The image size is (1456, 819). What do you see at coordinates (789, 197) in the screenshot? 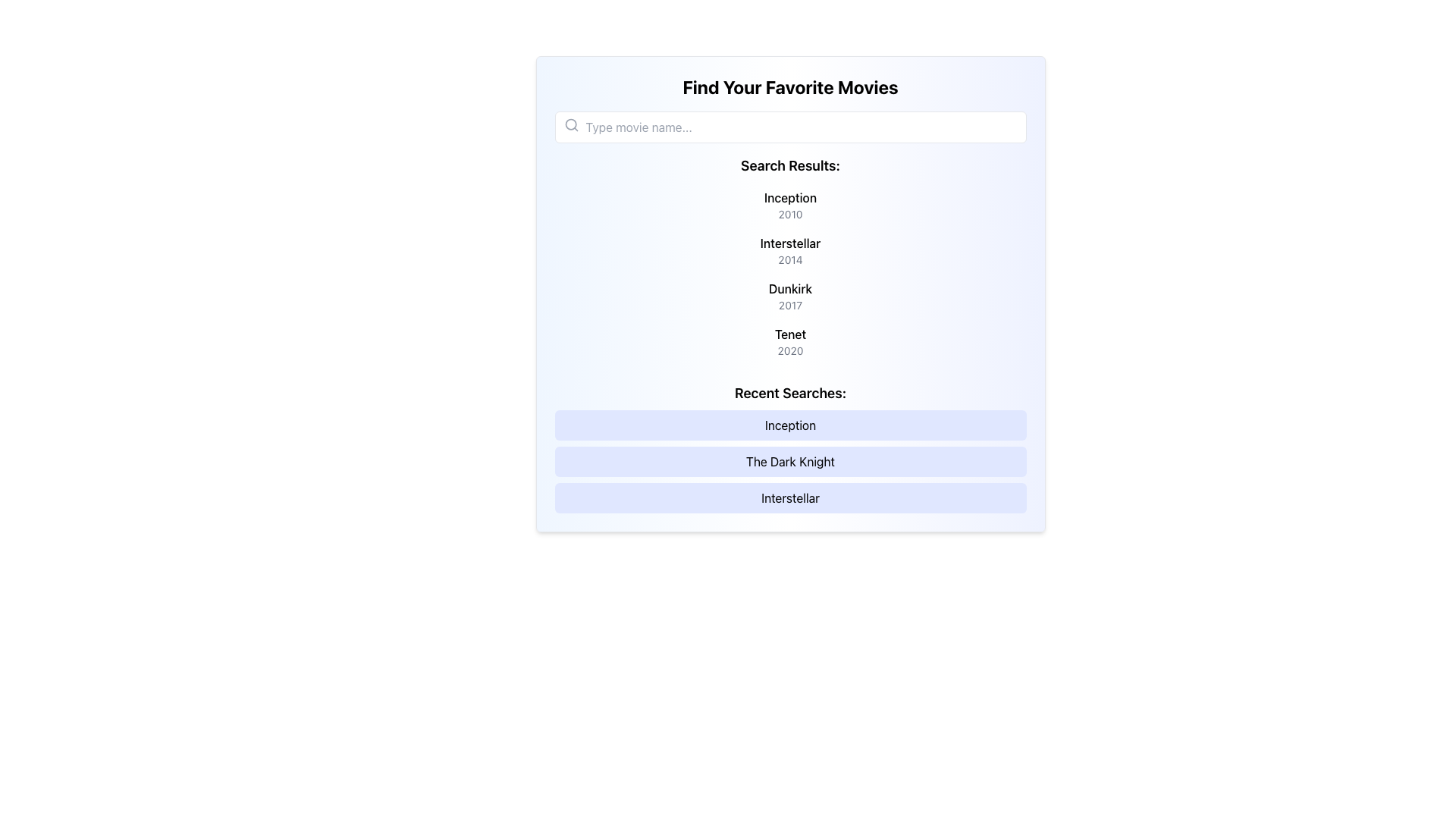
I see `the text label displaying 'Inception', which is styled in medium-weight black font and positioned above the text '2010' in the 'Search Results' section` at bounding box center [789, 197].